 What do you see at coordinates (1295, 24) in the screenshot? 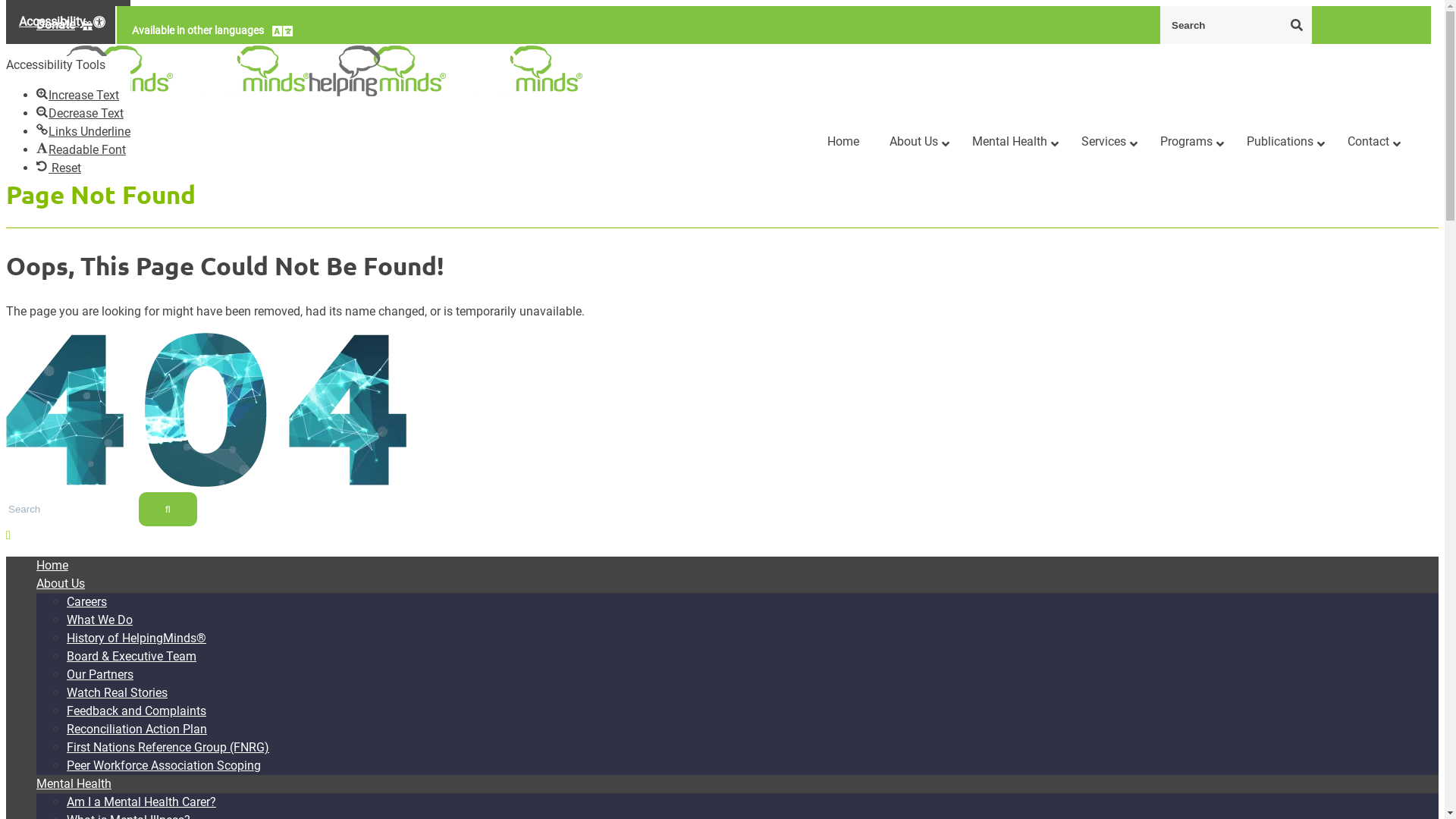
I see `'Search'` at bounding box center [1295, 24].